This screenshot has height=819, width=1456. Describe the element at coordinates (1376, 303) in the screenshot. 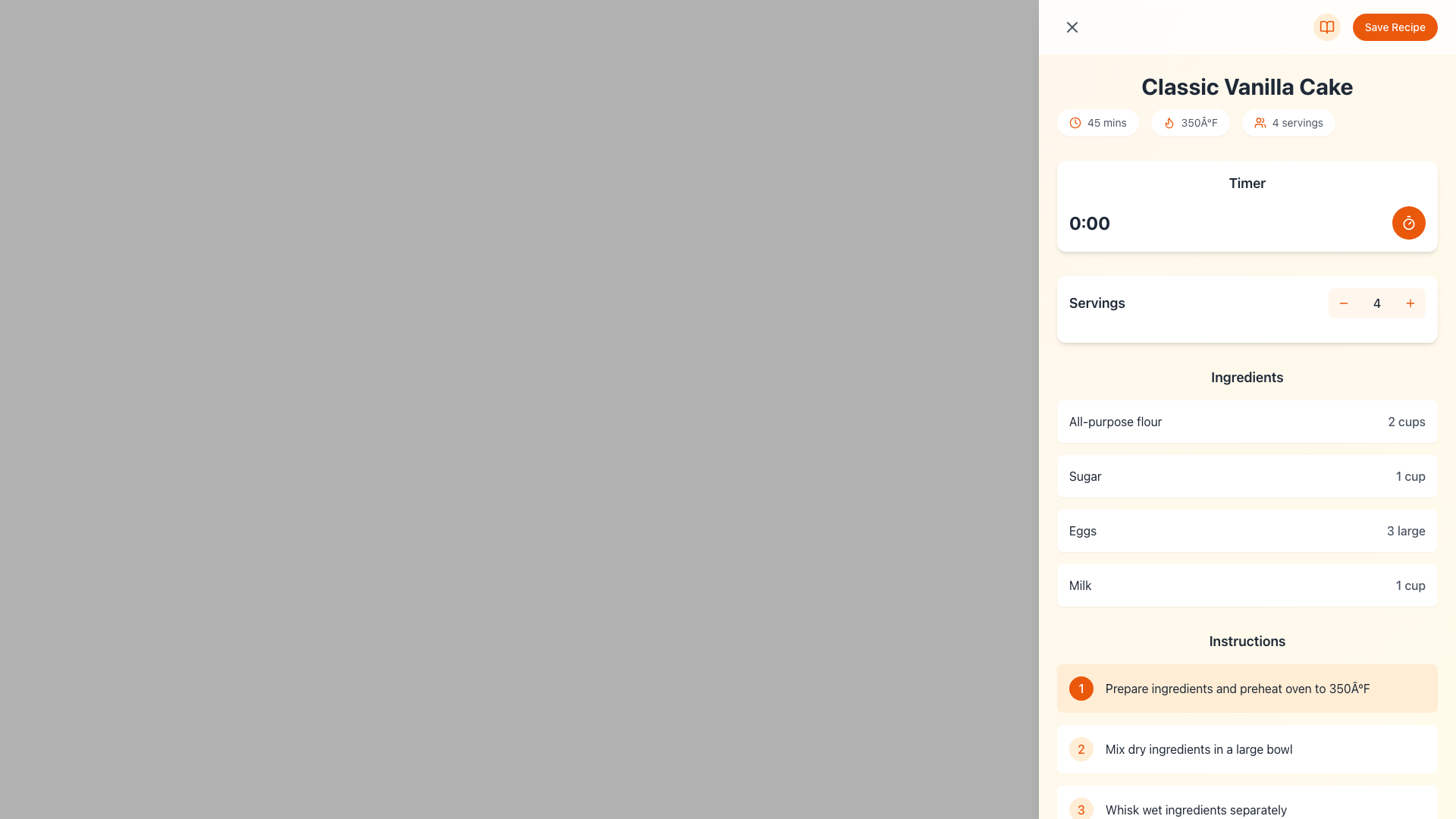

I see `numeric display showing the number '4' located in the 'Servings' section, styled with a medium-sized gray font against a light orange background, positioned between the minus and plus buttons` at that location.